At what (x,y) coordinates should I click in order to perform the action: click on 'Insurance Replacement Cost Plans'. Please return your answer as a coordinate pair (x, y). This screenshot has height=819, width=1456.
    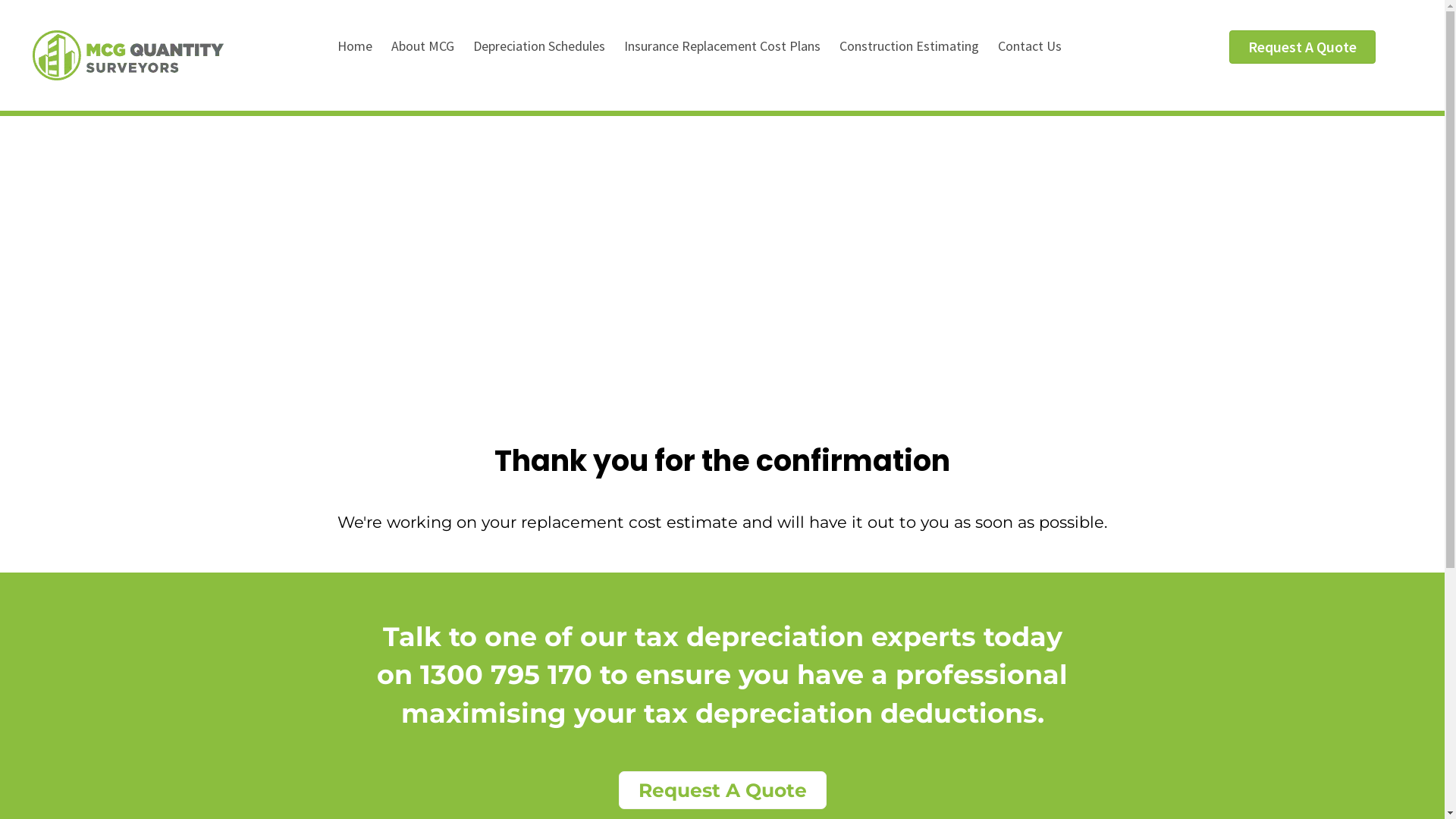
    Looking at the image, I should click on (731, 44).